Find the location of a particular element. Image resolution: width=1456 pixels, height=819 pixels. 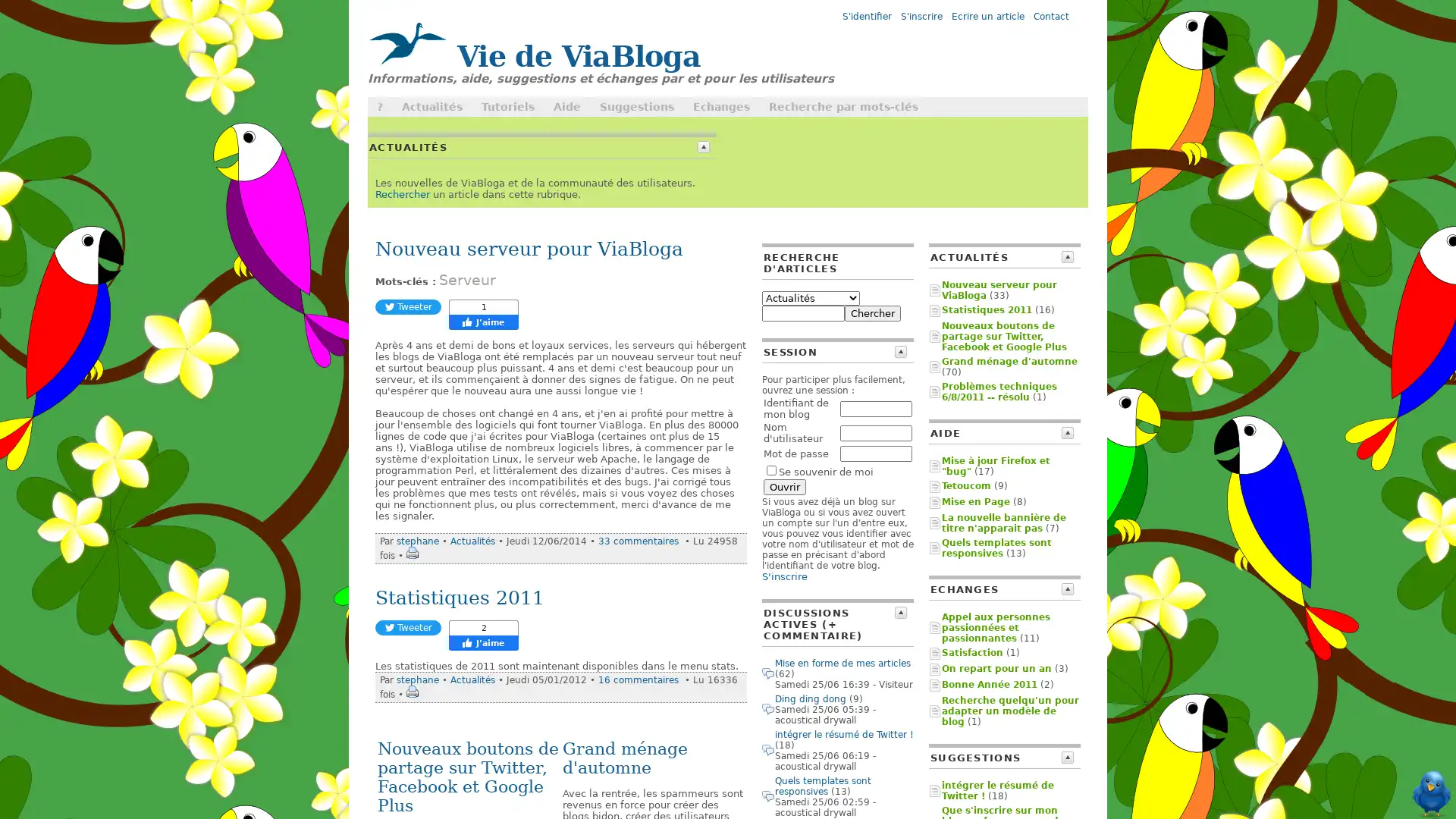

Chercher is located at coordinates (873, 312).